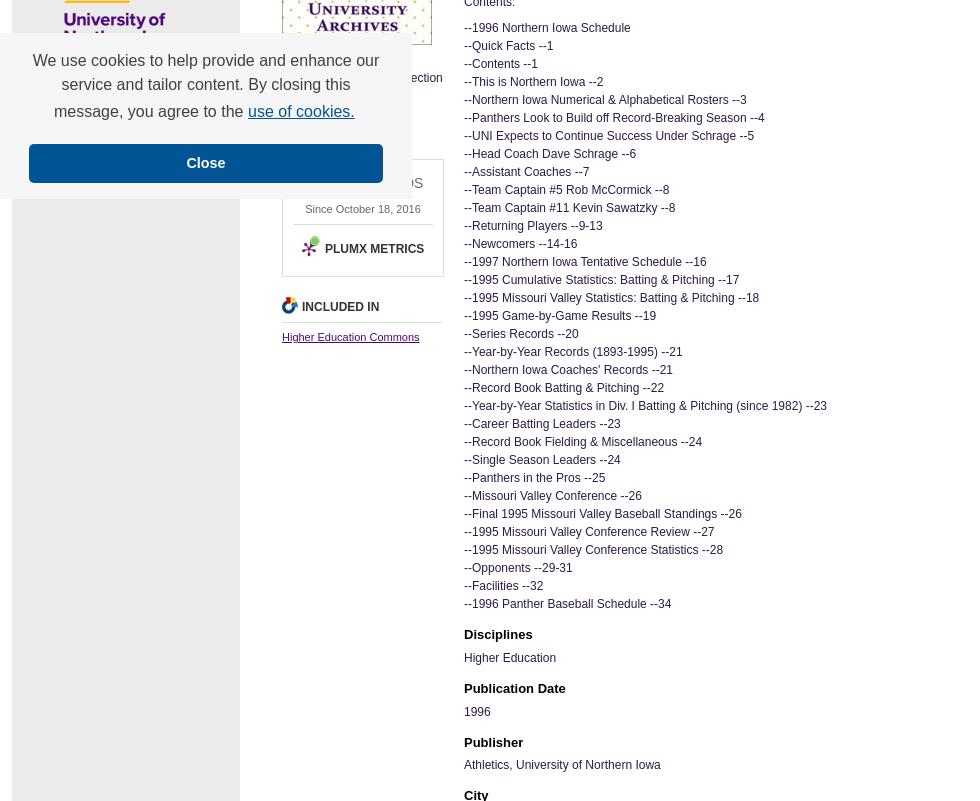  I want to click on 'UNI ScholarWorks', so click(24, 112).